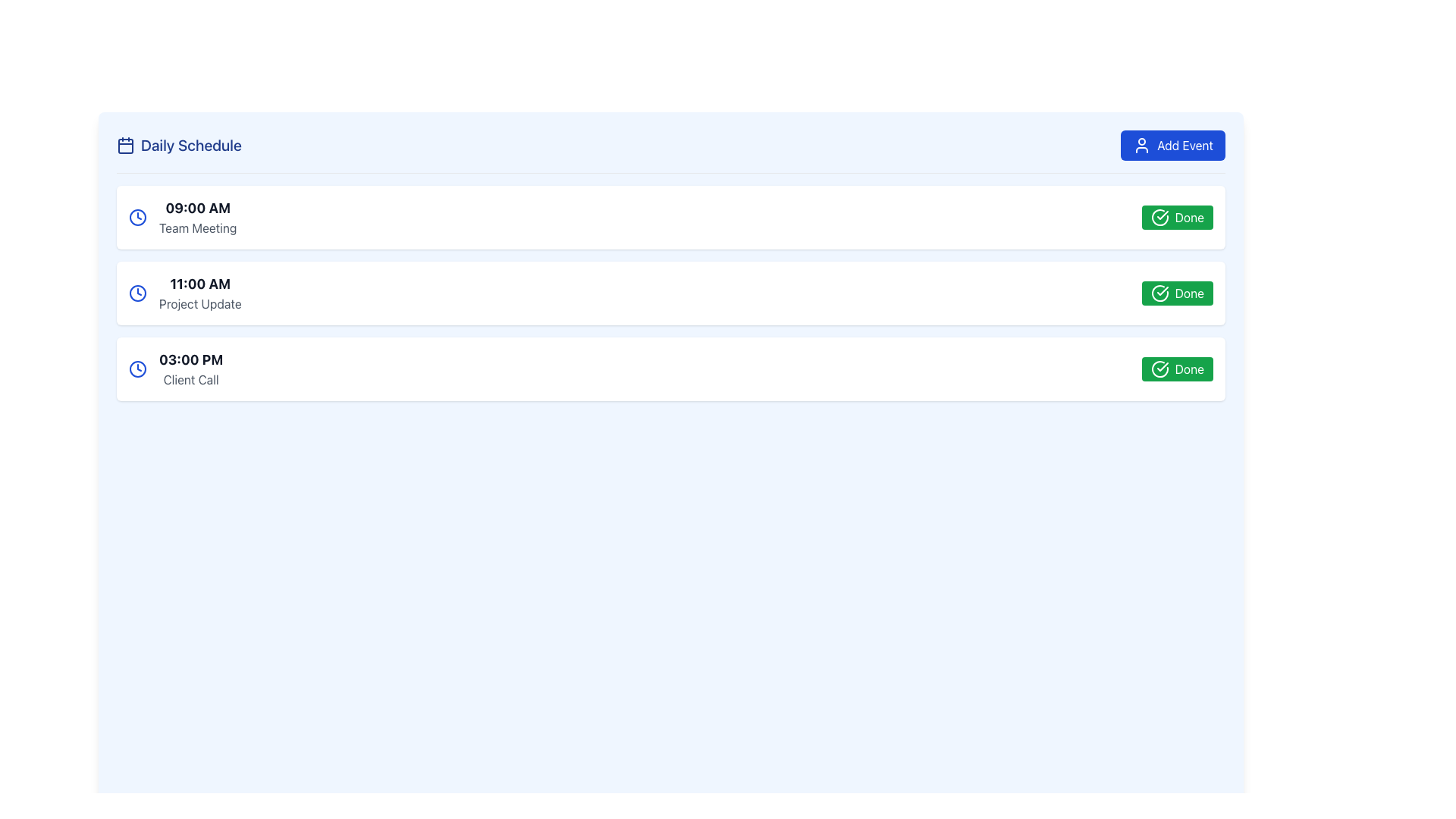 The width and height of the screenshot is (1456, 819). I want to click on the text label displaying 'Team Meeting' in gray font, which is located directly beneath '09:00 AM' in the schedule list, so click(197, 227).